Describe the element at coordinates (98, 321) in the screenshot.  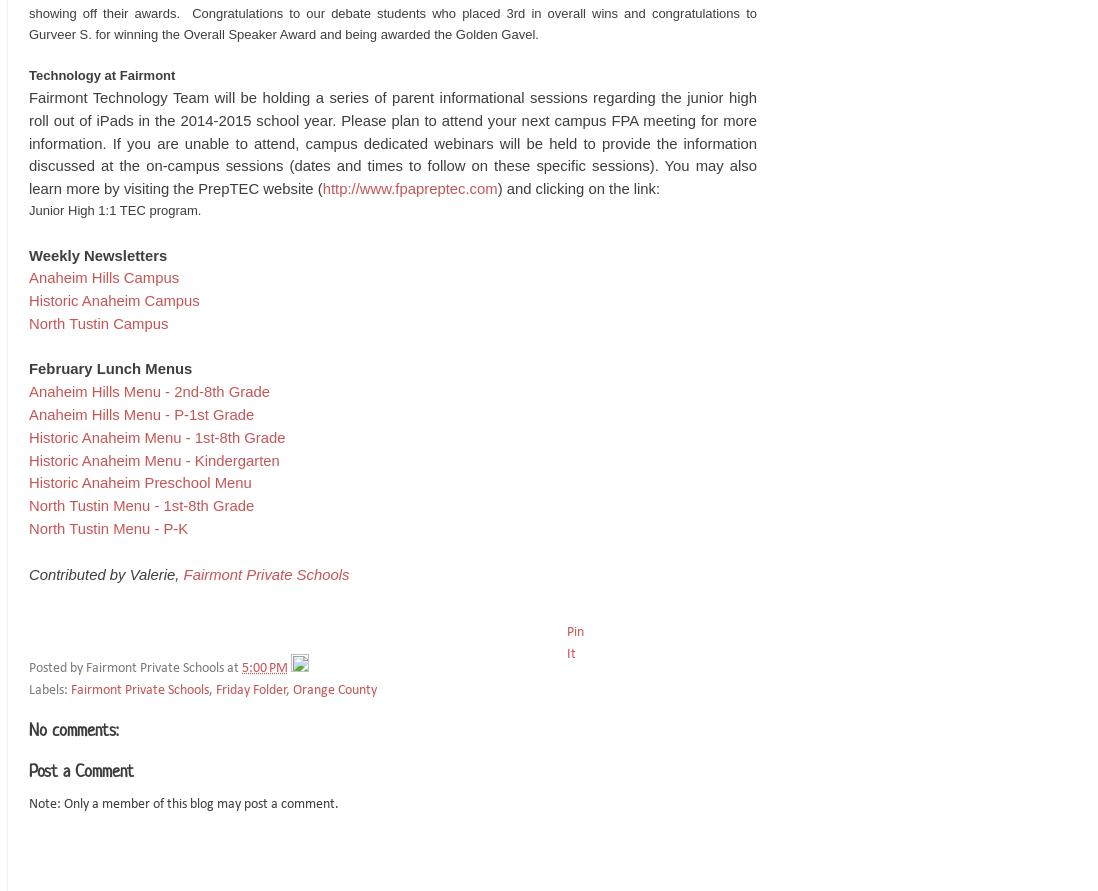
I see `'North Tustin Campus'` at that location.